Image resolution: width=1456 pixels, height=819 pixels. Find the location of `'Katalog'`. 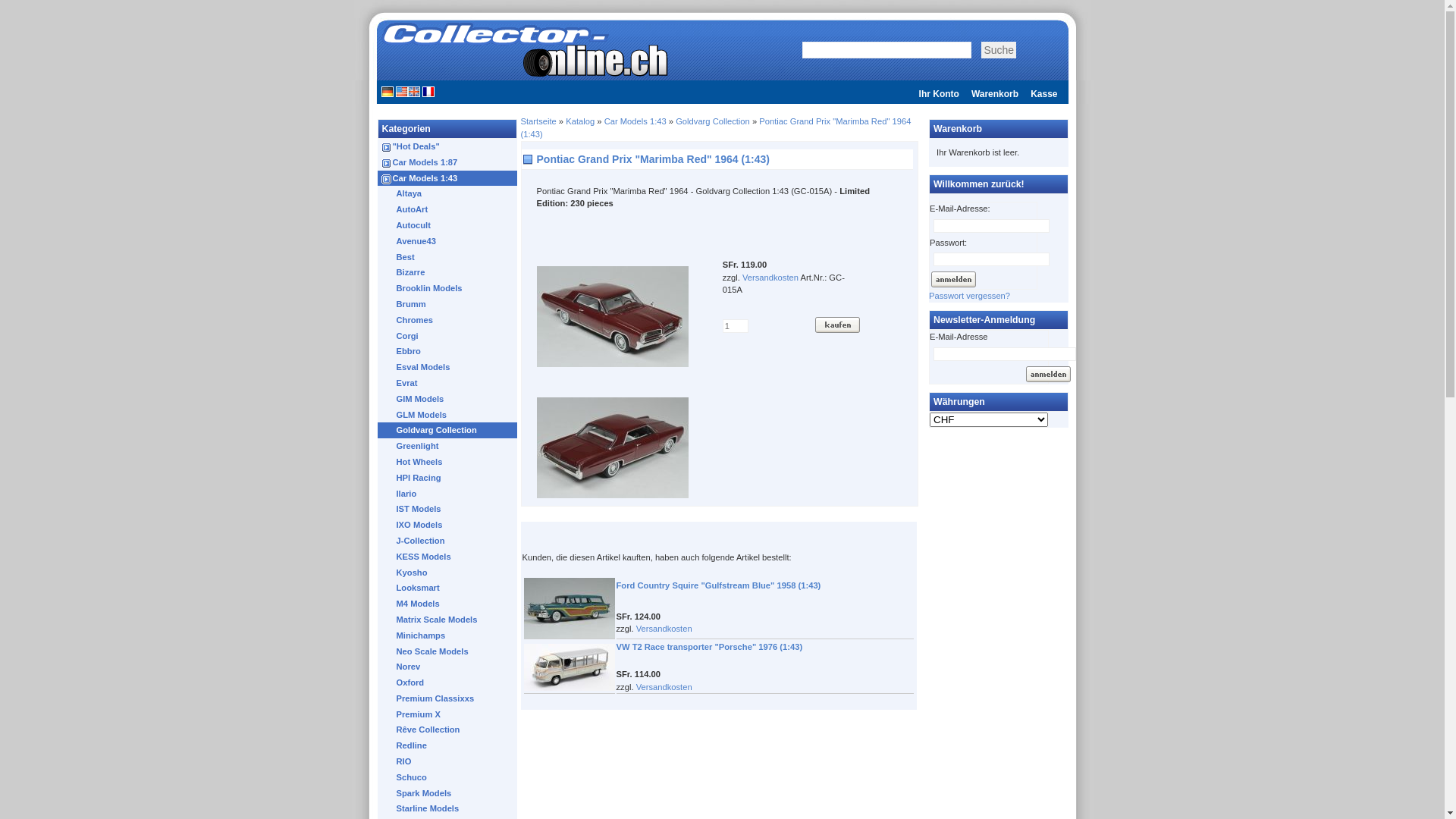

'Katalog' is located at coordinates (564, 120).